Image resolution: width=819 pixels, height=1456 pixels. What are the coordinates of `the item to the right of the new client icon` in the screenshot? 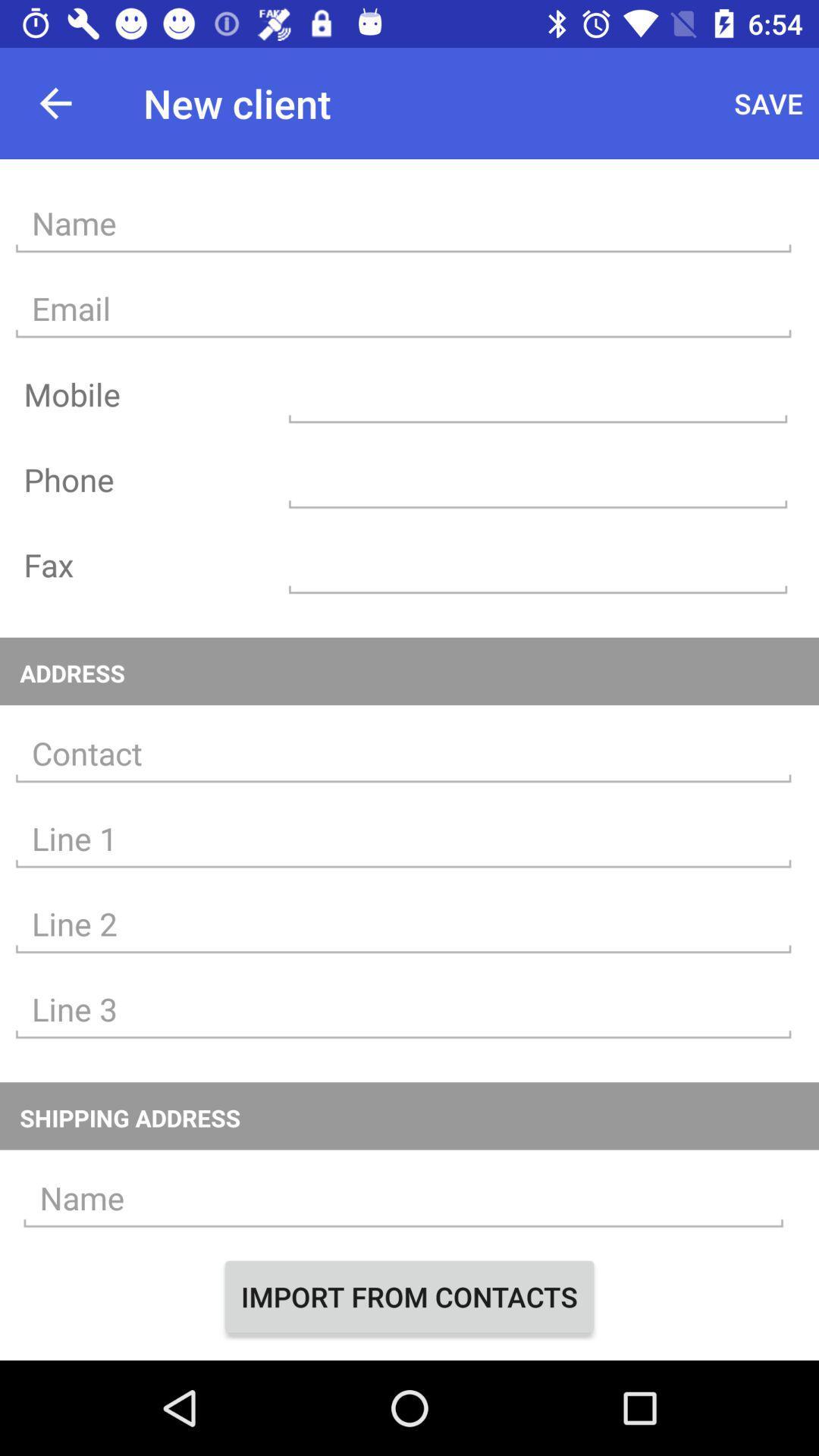 It's located at (768, 102).